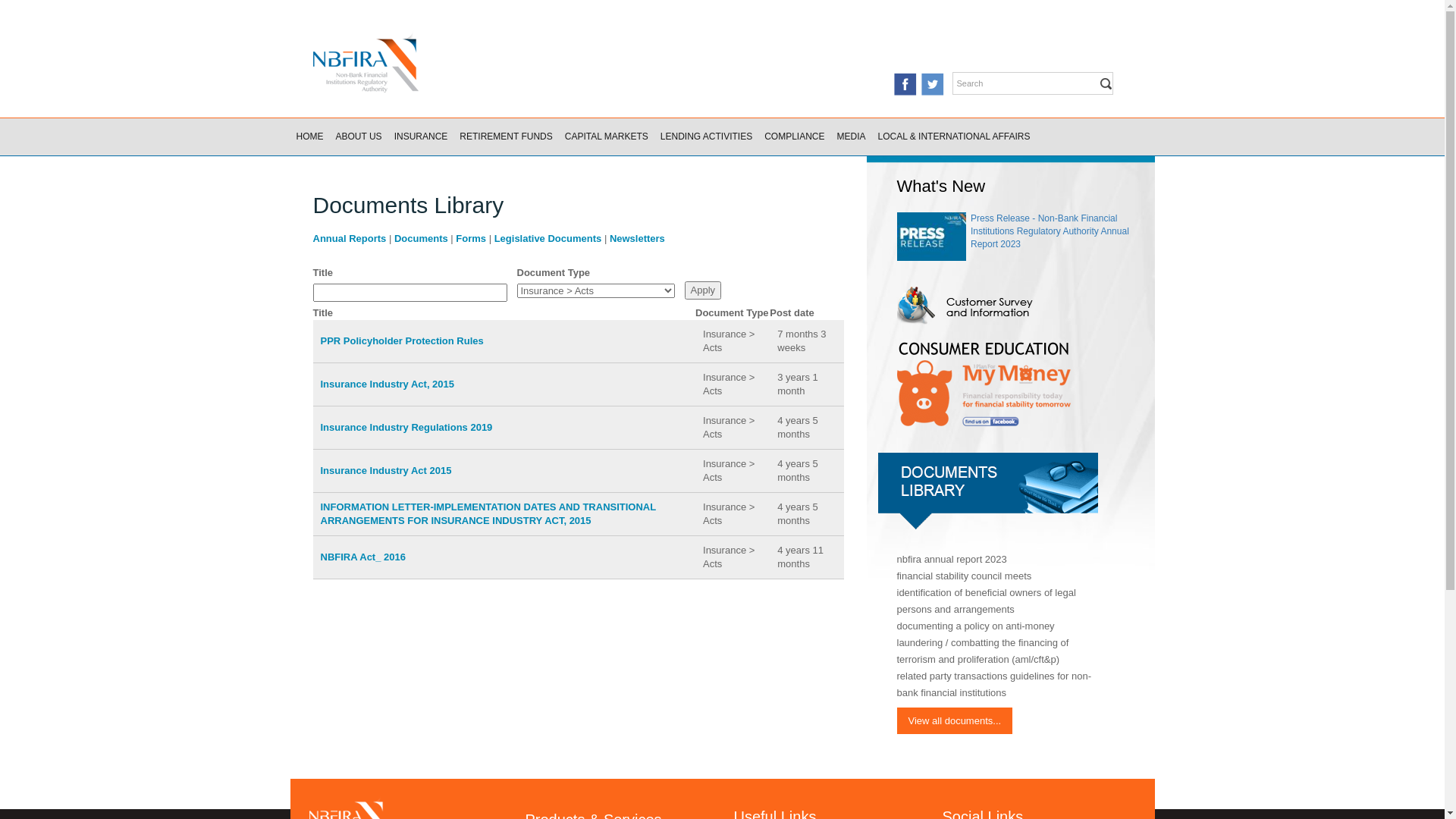  Describe the element at coordinates (357, 136) in the screenshot. I see `'ABOUT US'` at that location.